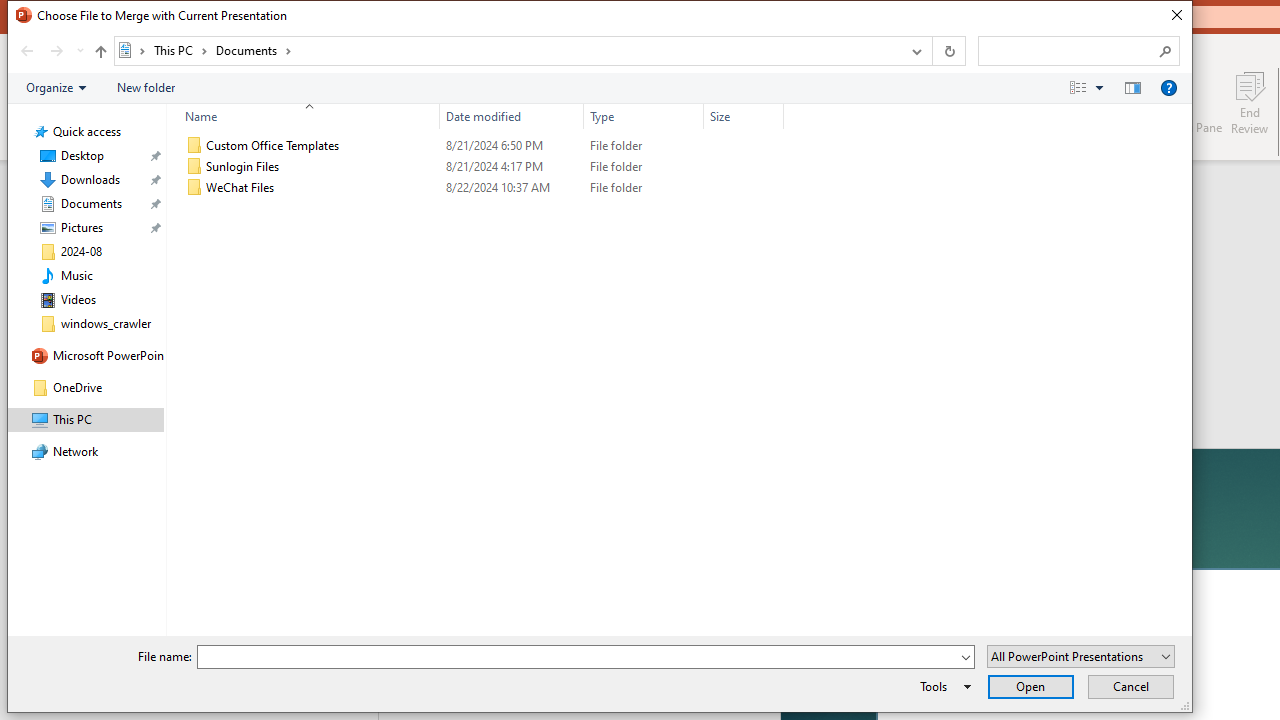 The image size is (1280, 720). Describe the element at coordinates (598, 87) in the screenshot. I see `'Command Module'` at that location.